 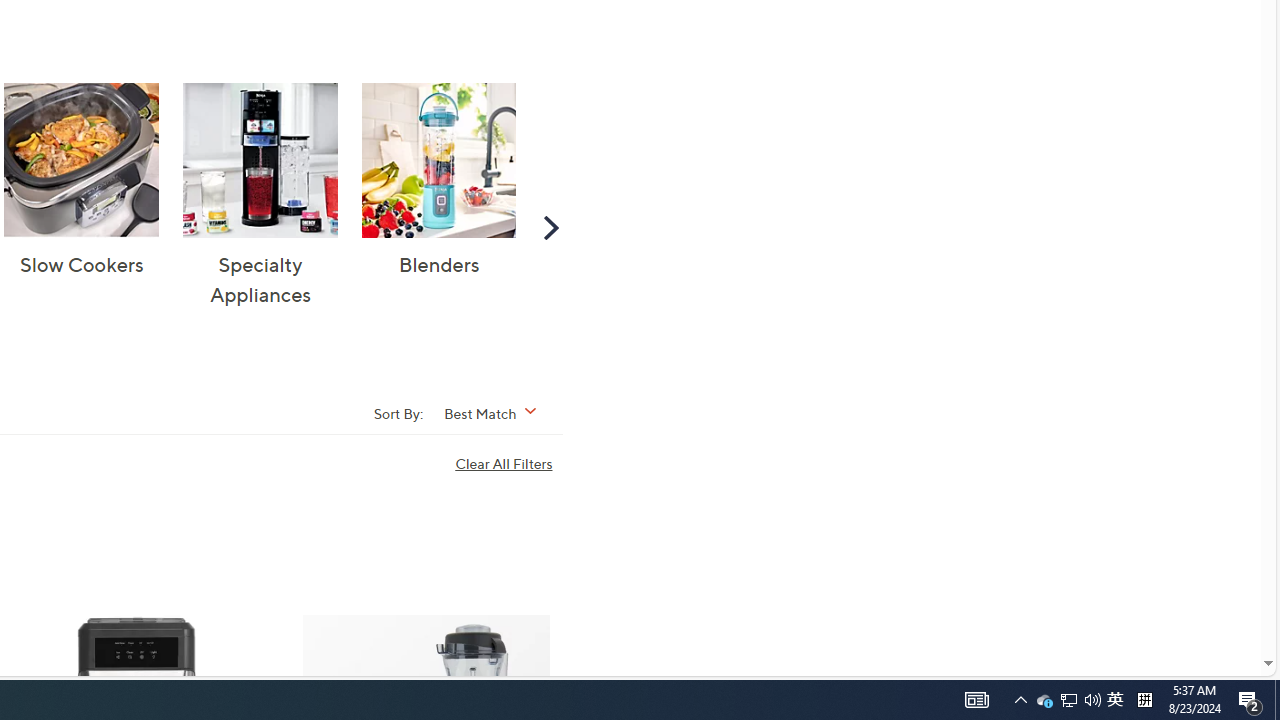 What do you see at coordinates (551, 225) in the screenshot?
I see `'Scroll Right'` at bounding box center [551, 225].